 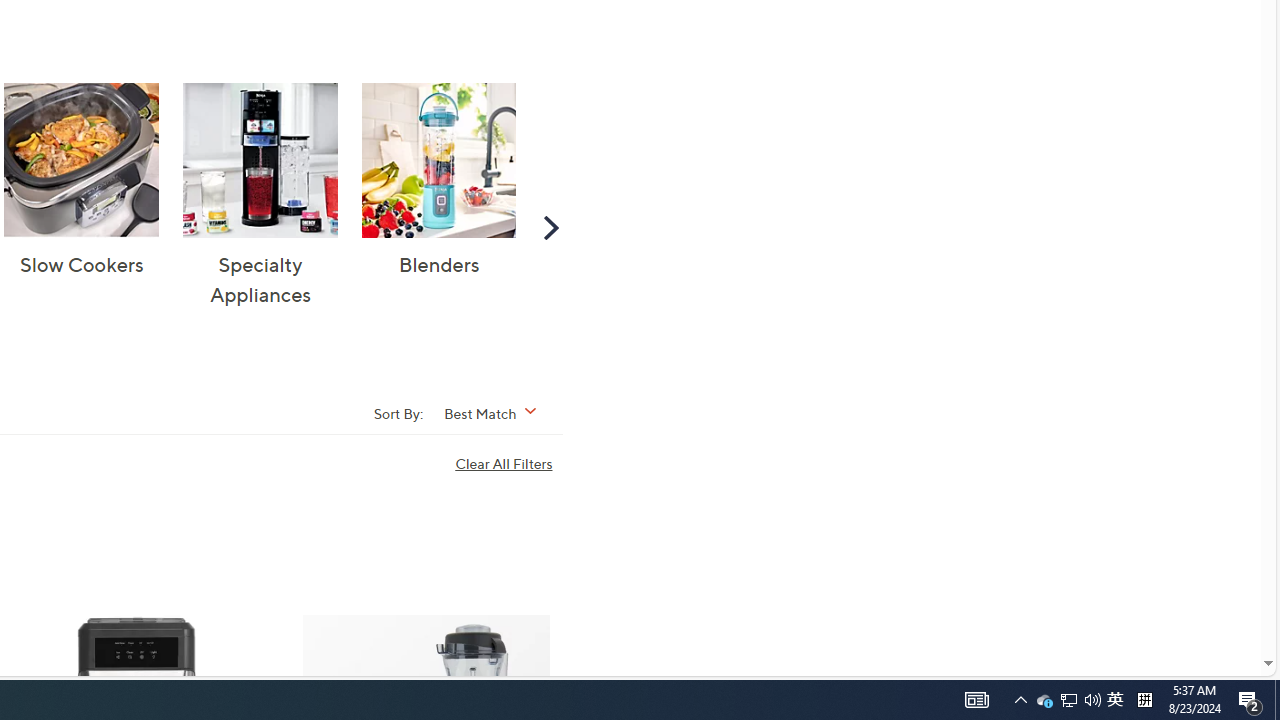 What do you see at coordinates (551, 225) in the screenshot?
I see `'Scroll Right'` at bounding box center [551, 225].